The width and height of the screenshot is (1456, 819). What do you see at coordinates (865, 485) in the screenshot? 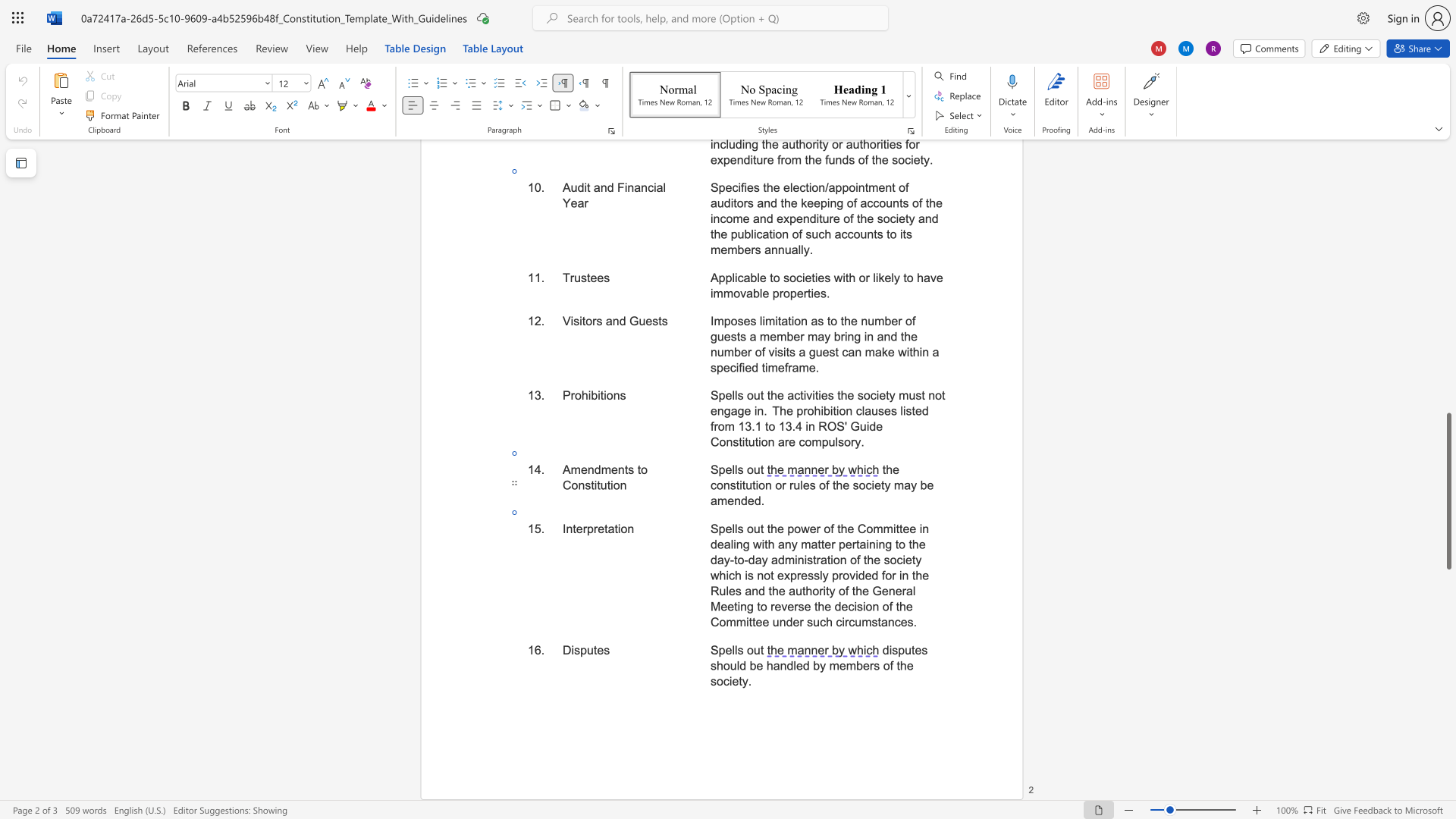
I see `the space between the continuous character "o" and "c" in the text` at bounding box center [865, 485].